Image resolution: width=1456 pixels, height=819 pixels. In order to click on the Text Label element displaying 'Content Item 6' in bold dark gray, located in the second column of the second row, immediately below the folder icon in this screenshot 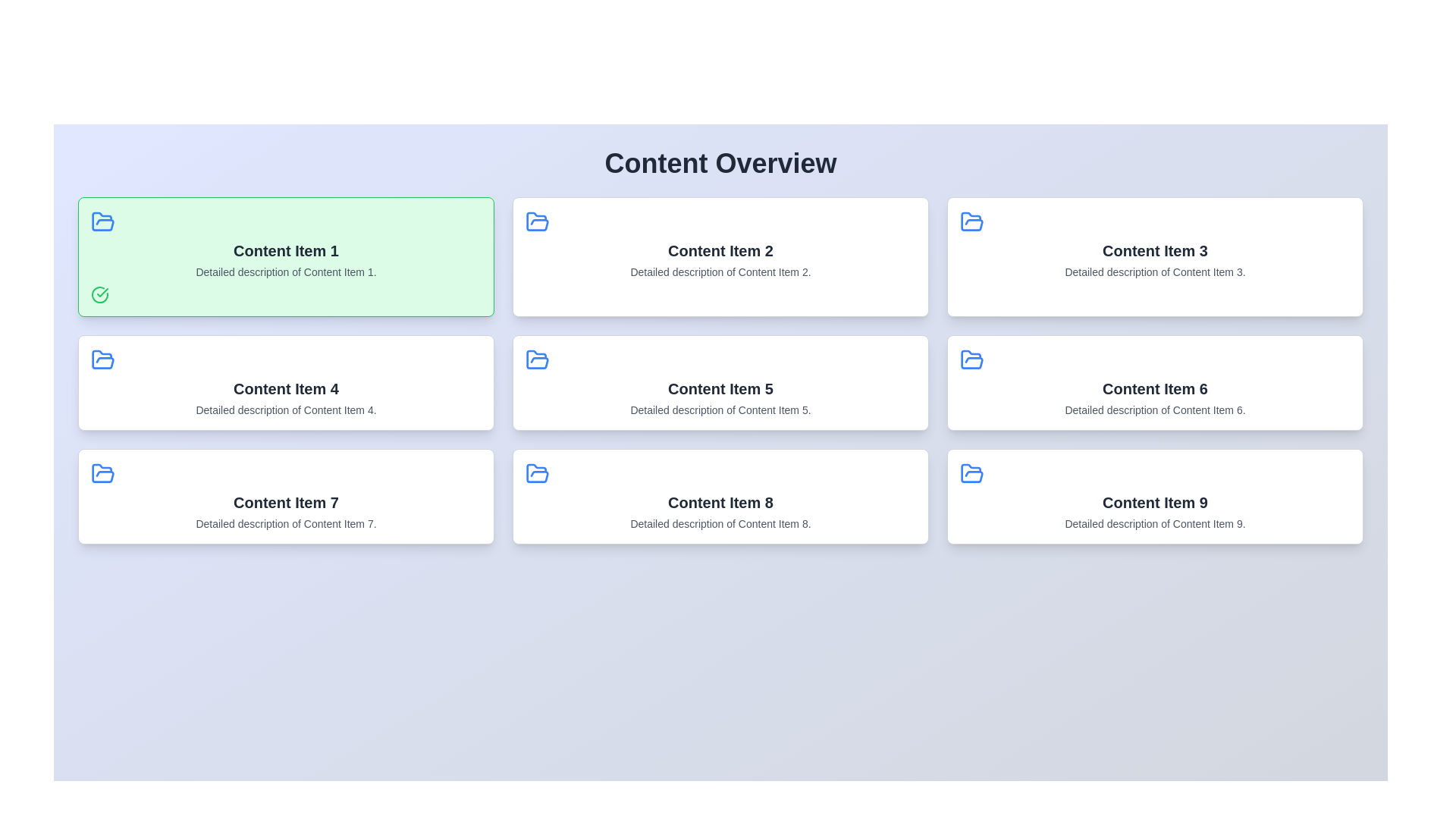, I will do `click(1154, 388)`.